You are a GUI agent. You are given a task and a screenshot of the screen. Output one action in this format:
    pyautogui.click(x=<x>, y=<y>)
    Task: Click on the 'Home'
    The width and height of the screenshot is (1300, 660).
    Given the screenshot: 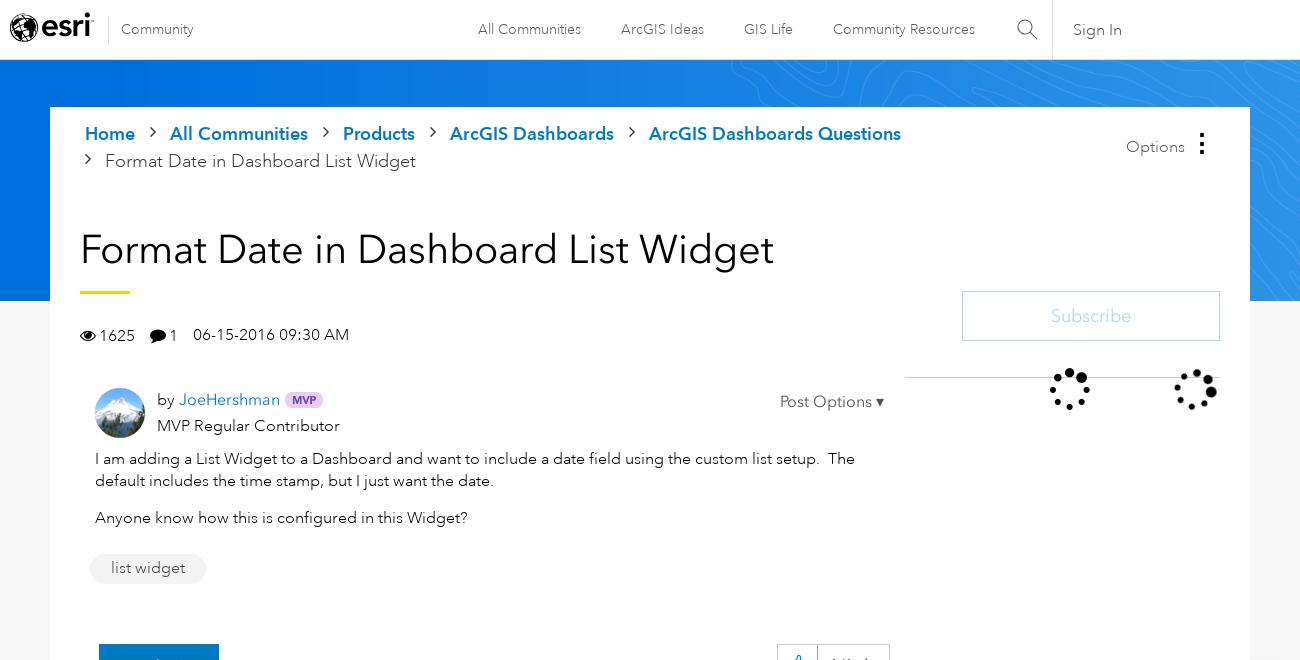 What is the action you would take?
    pyautogui.click(x=108, y=133)
    